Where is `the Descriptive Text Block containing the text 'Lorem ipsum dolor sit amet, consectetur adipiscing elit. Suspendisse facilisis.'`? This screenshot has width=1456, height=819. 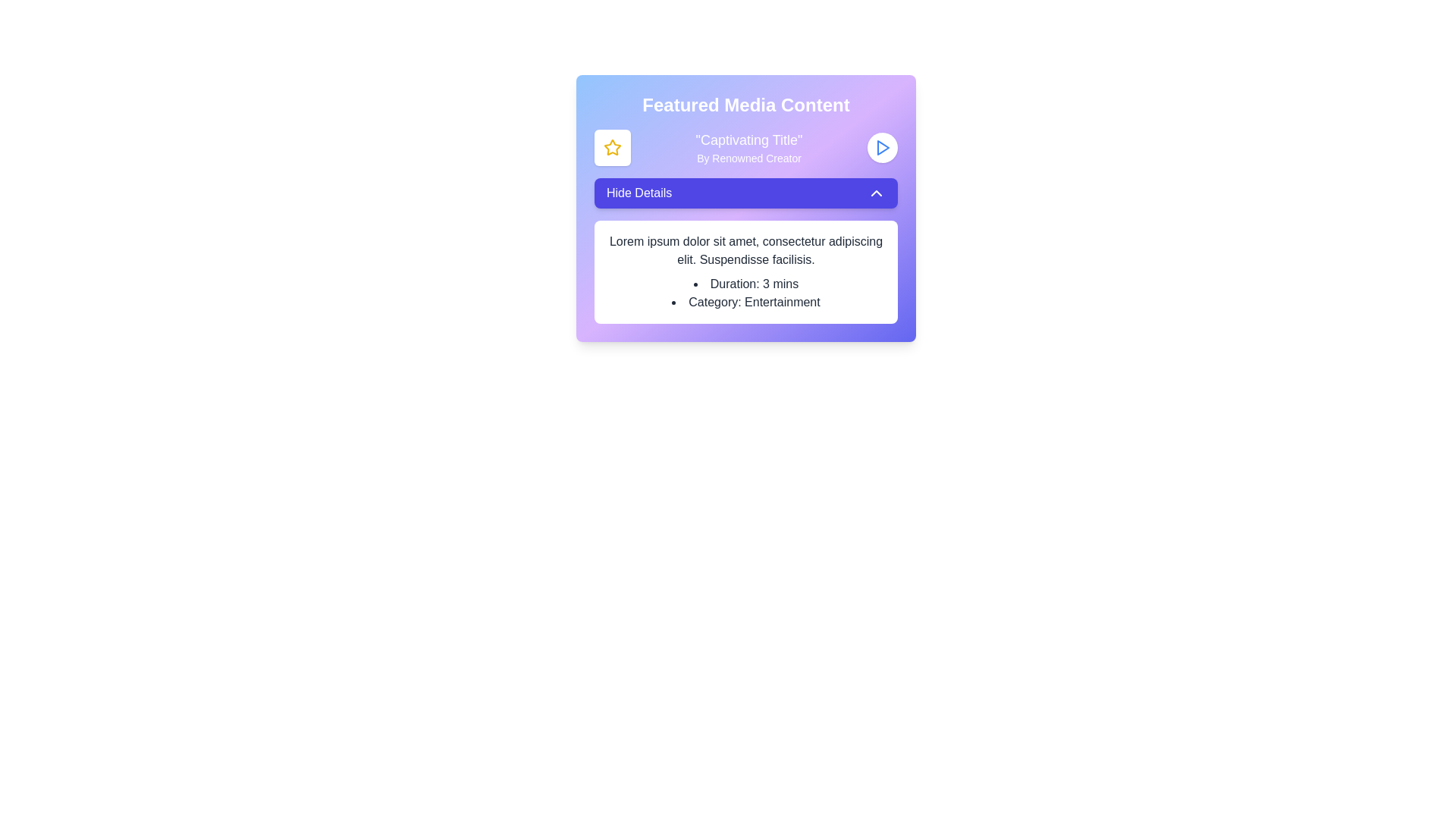 the Descriptive Text Block containing the text 'Lorem ipsum dolor sit amet, consectetur adipiscing elit. Suspendisse facilisis.' is located at coordinates (745, 250).